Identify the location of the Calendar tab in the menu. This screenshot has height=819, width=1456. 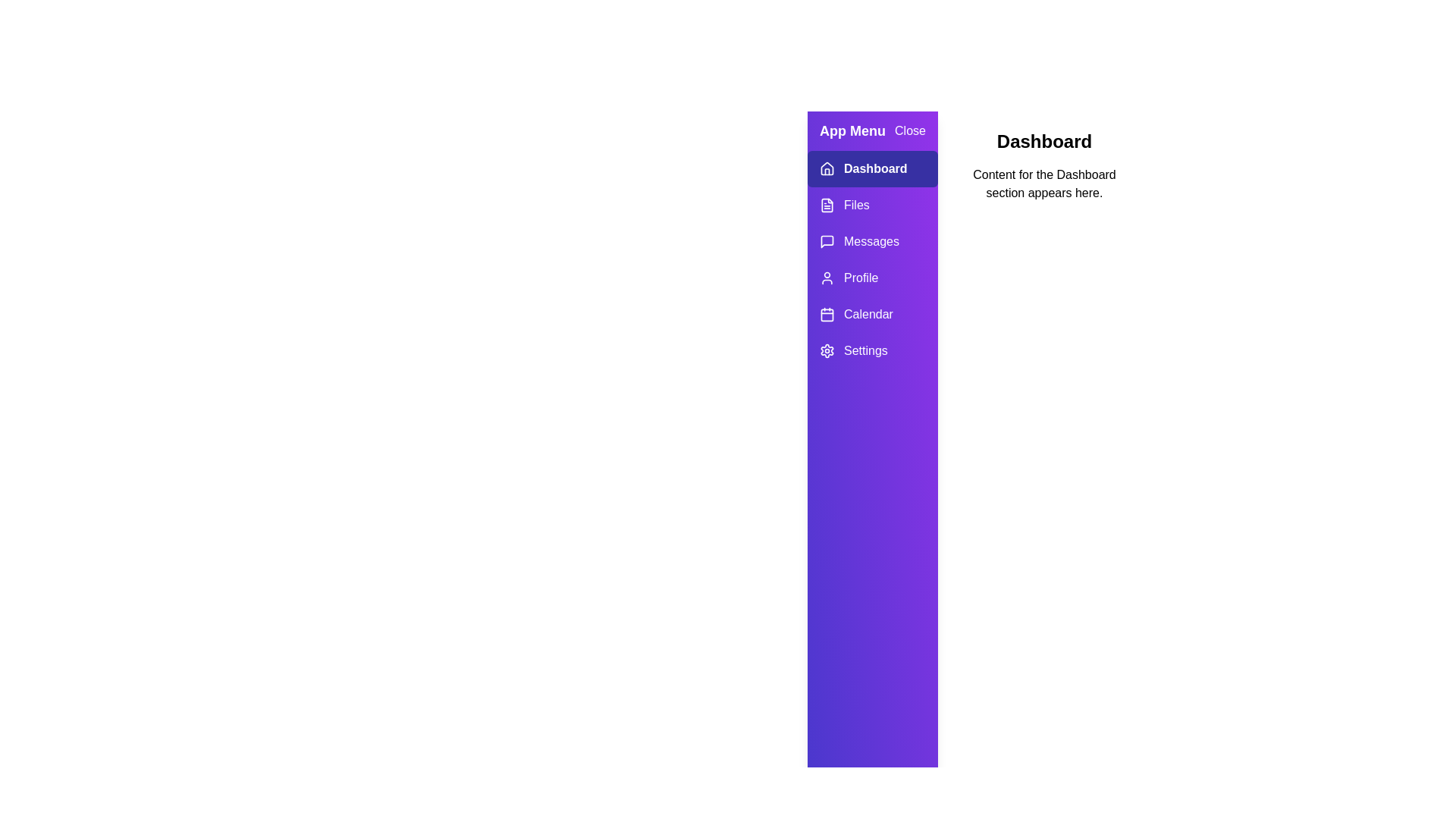
(872, 314).